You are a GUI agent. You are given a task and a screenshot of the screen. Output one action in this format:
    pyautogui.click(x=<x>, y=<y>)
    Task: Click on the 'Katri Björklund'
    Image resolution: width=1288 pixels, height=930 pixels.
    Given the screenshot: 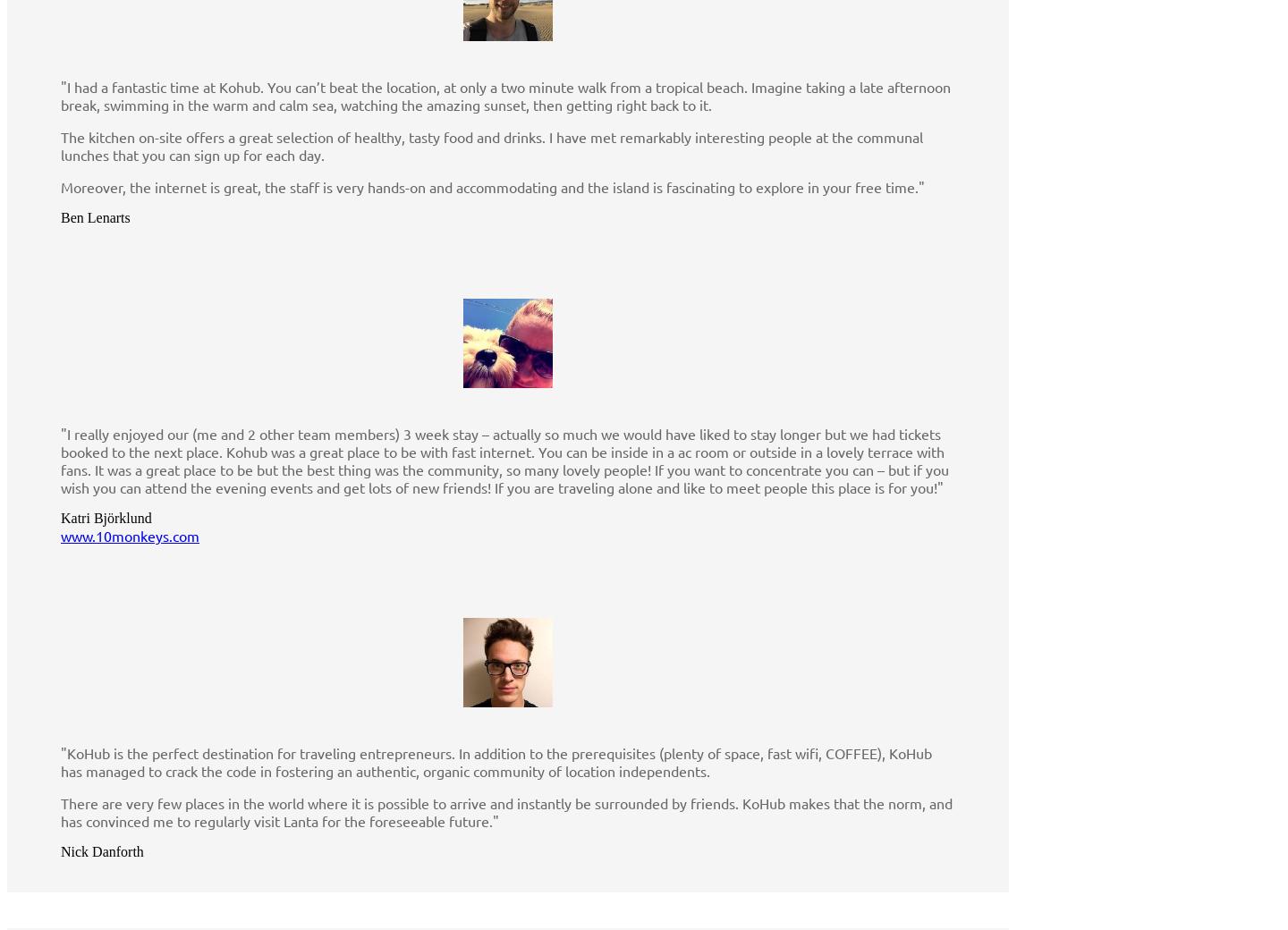 What is the action you would take?
    pyautogui.click(x=106, y=517)
    